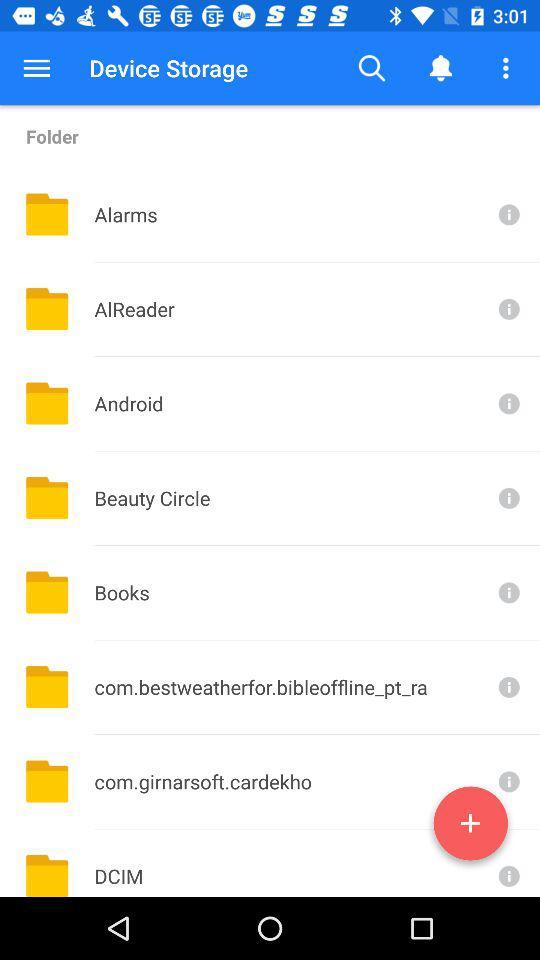 The image size is (540, 960). Describe the element at coordinates (507, 687) in the screenshot. I see `get information on the folder` at that location.